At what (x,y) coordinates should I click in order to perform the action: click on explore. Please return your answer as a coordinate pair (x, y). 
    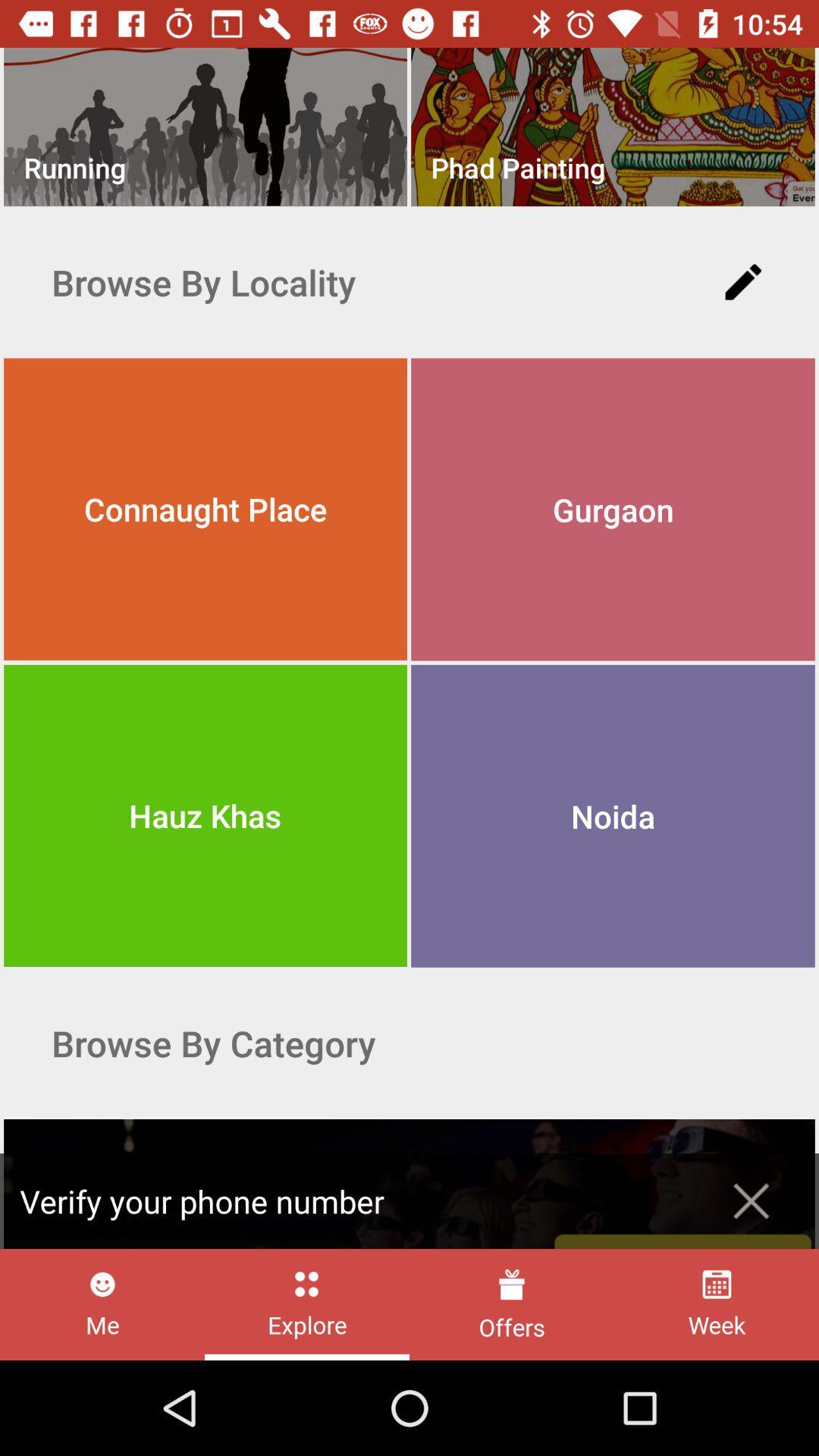
    Looking at the image, I should click on (307, 1304).